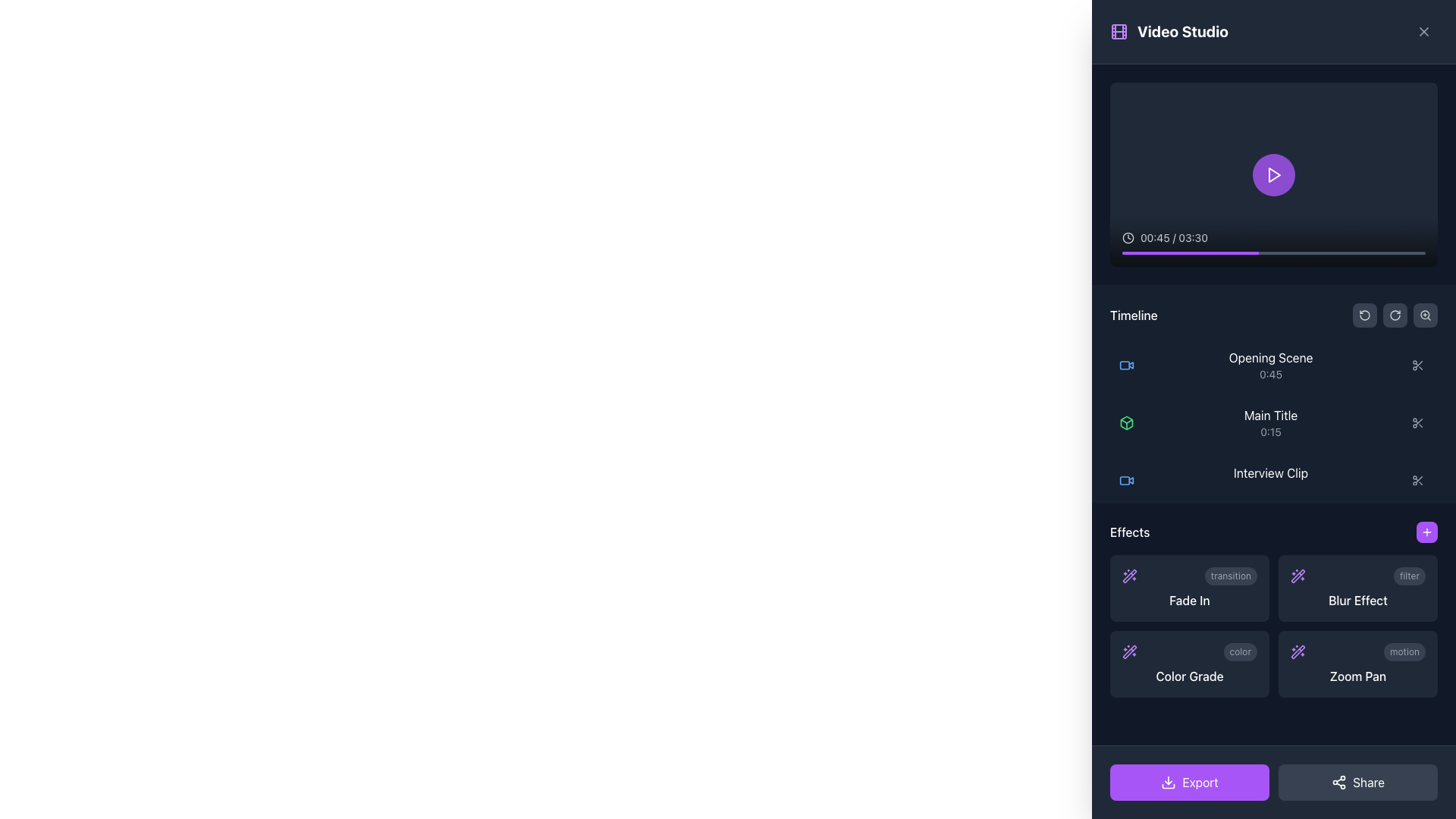 The height and width of the screenshot is (819, 1456). What do you see at coordinates (1357, 783) in the screenshot?
I see `the 'Share' button, which is a dark gray rectangular button with rounded corners located in the bottom-right corner of the interface, next to the 'Export' button` at bounding box center [1357, 783].